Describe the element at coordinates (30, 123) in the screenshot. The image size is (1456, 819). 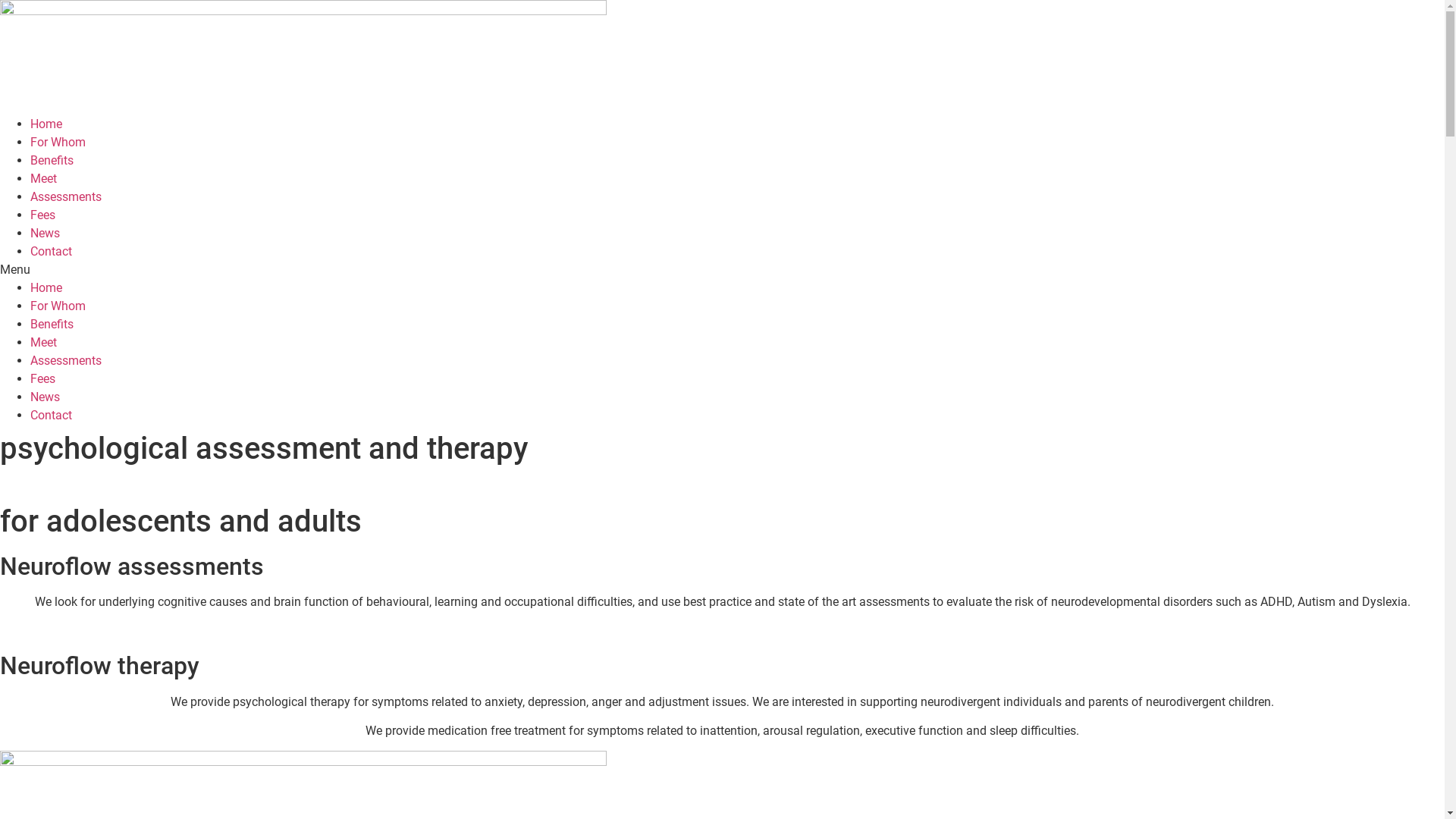
I see `'Home'` at that location.